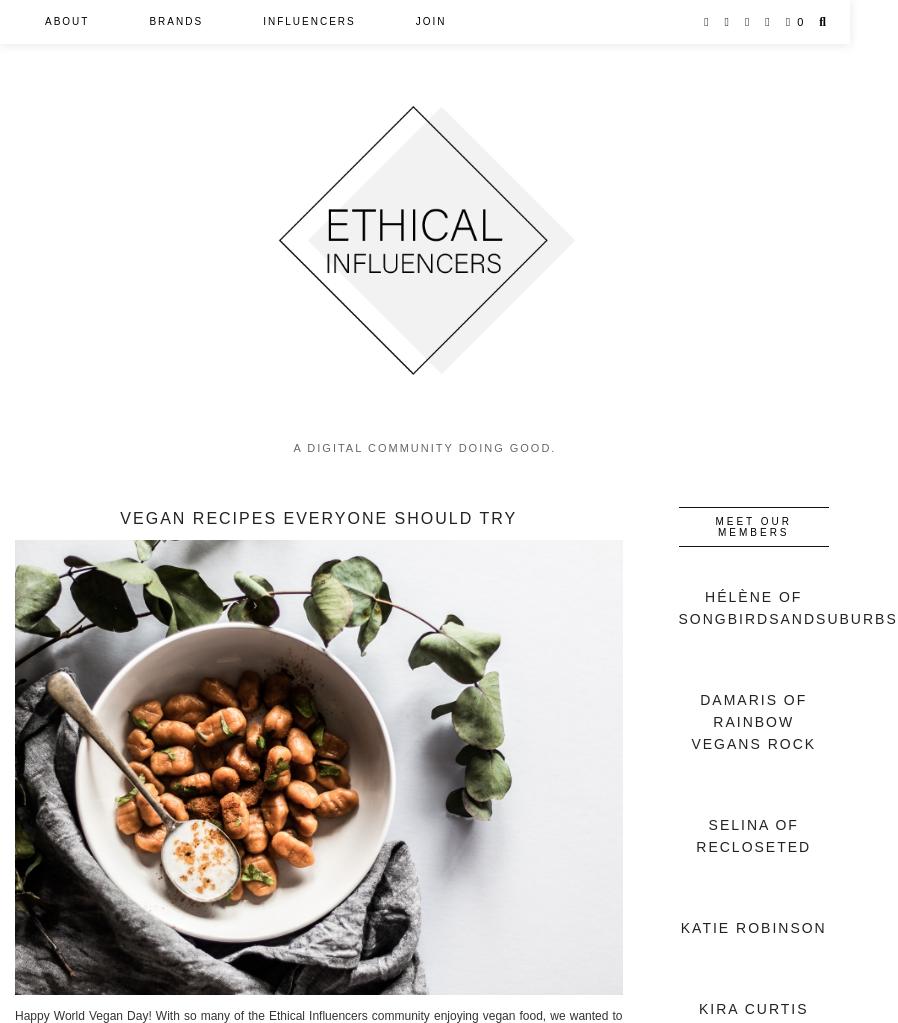 The image size is (898, 1023). Describe the element at coordinates (43, 155) in the screenshot. I see `'Contact'` at that location.